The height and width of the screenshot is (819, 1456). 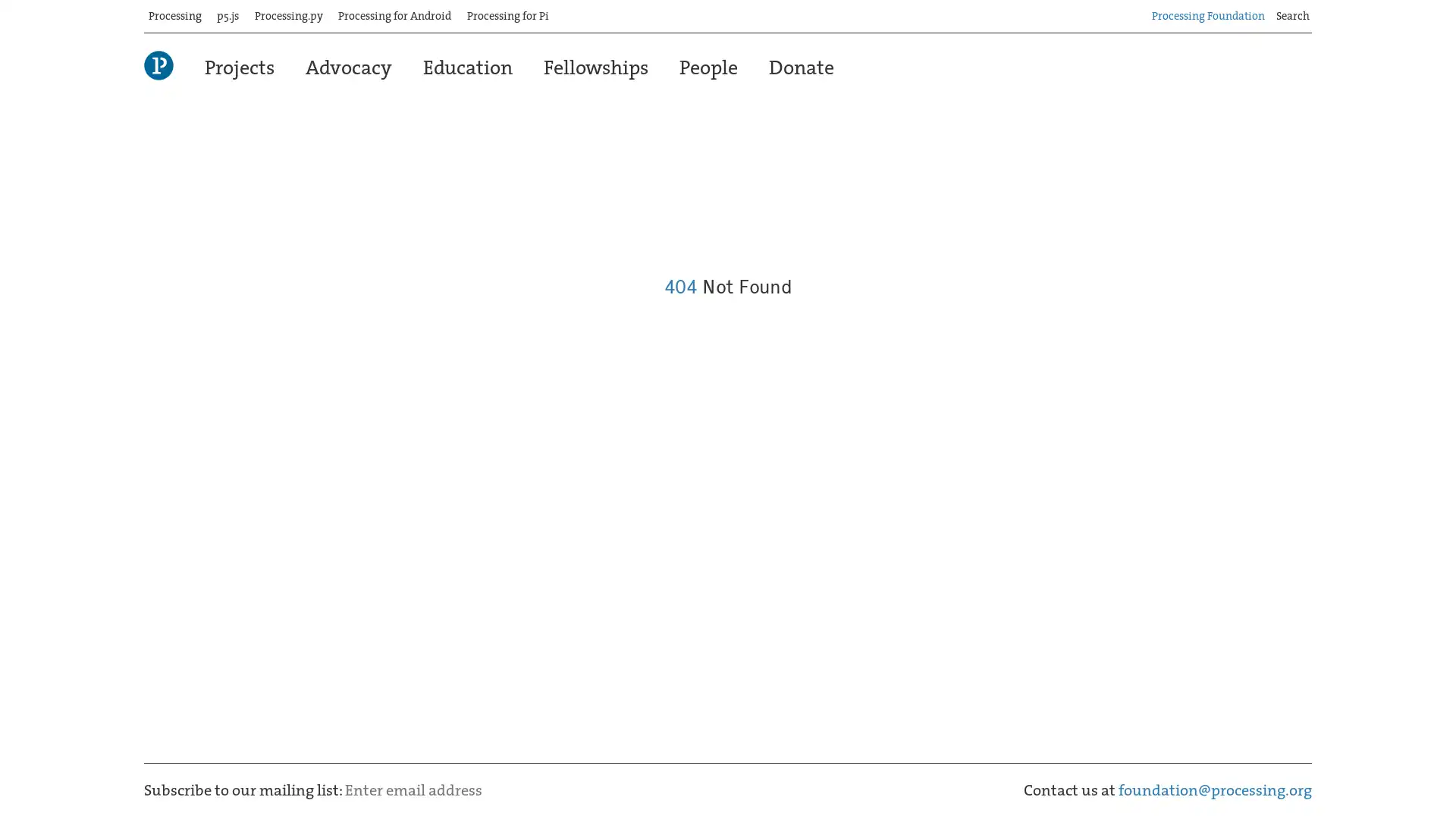 What do you see at coordinates (1311, 10) in the screenshot?
I see `Search` at bounding box center [1311, 10].